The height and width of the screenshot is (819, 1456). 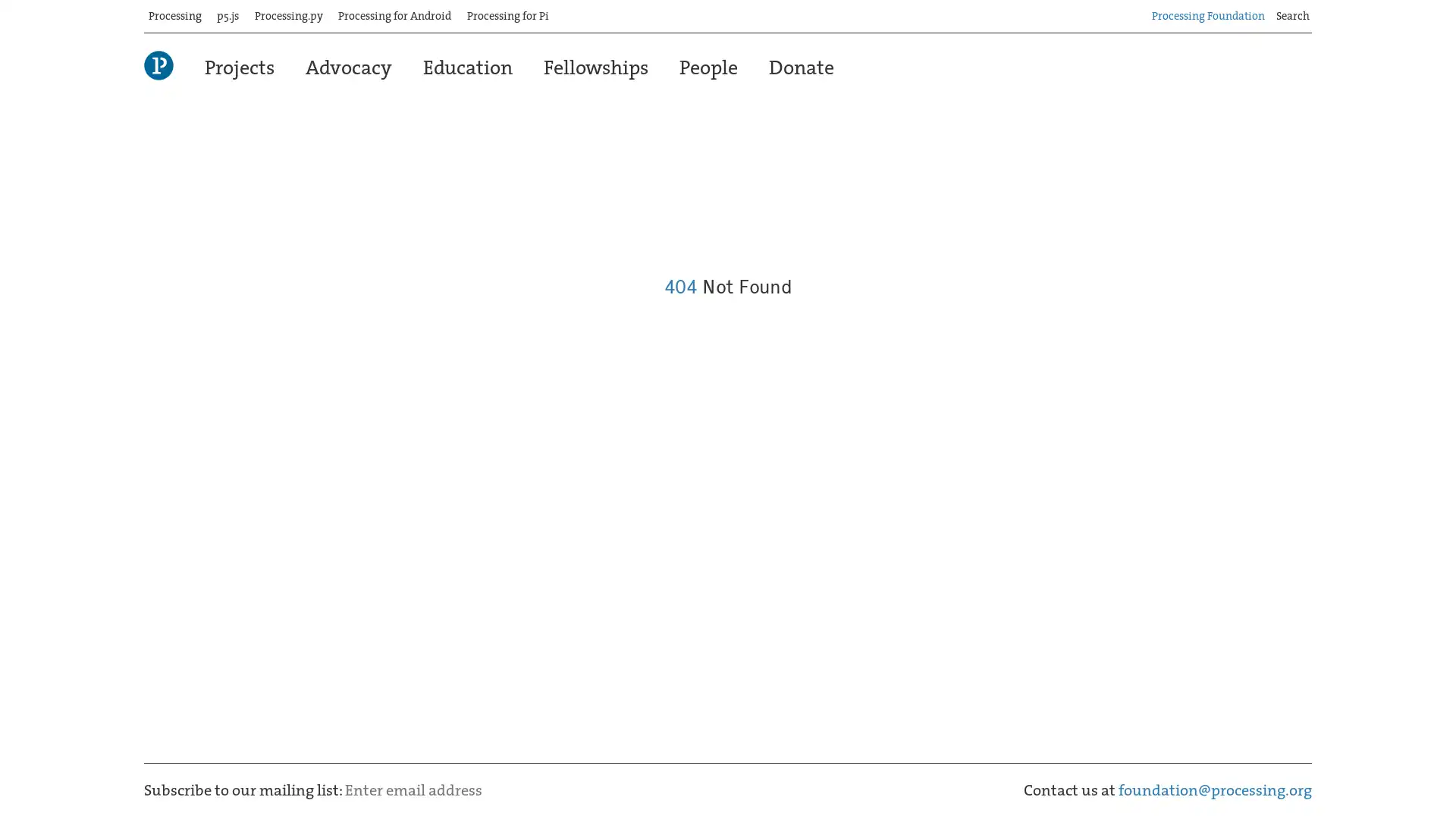 What do you see at coordinates (1311, 10) in the screenshot?
I see `Search` at bounding box center [1311, 10].